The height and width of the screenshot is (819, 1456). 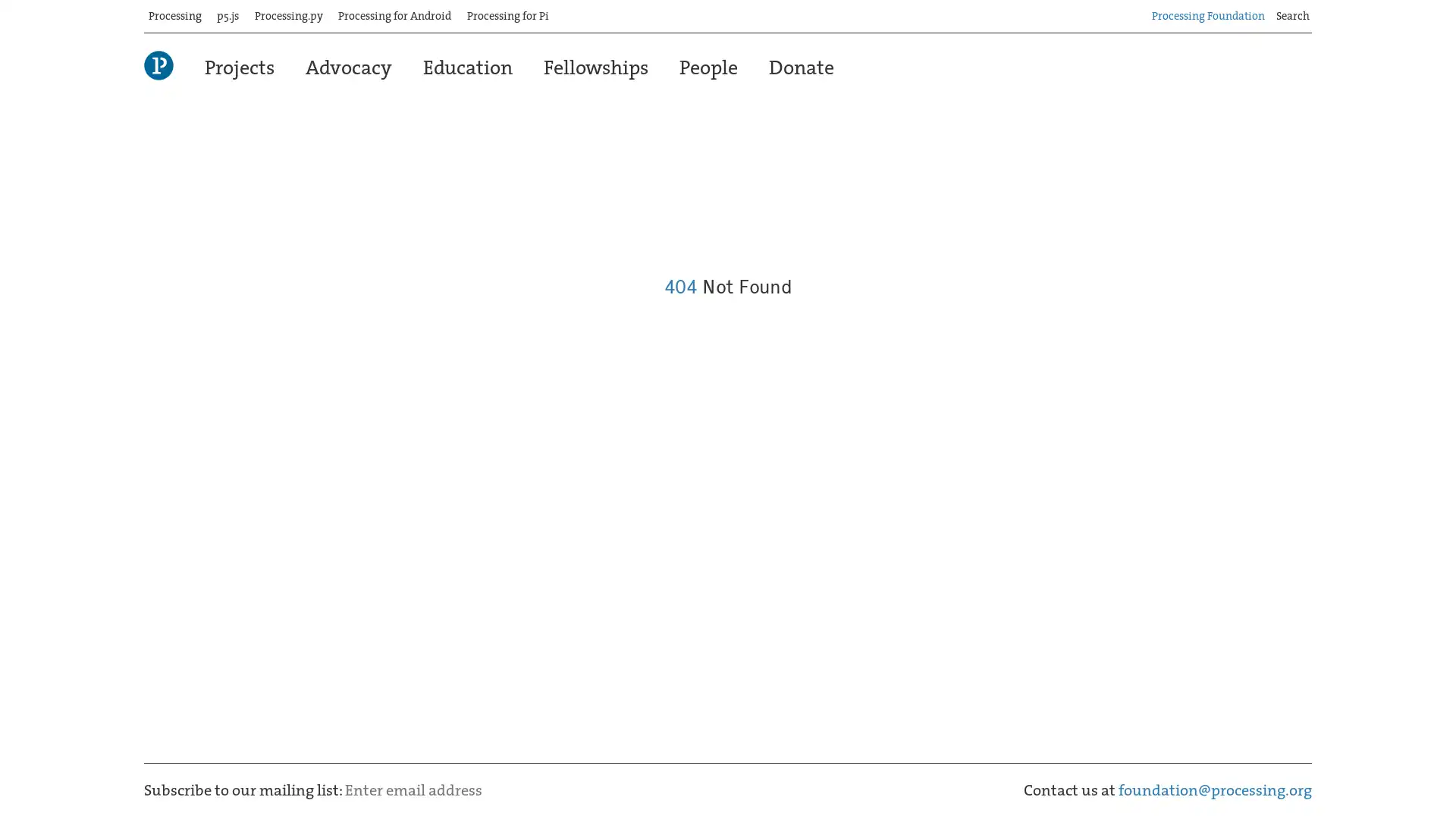 What do you see at coordinates (1311, 10) in the screenshot?
I see `Search` at bounding box center [1311, 10].